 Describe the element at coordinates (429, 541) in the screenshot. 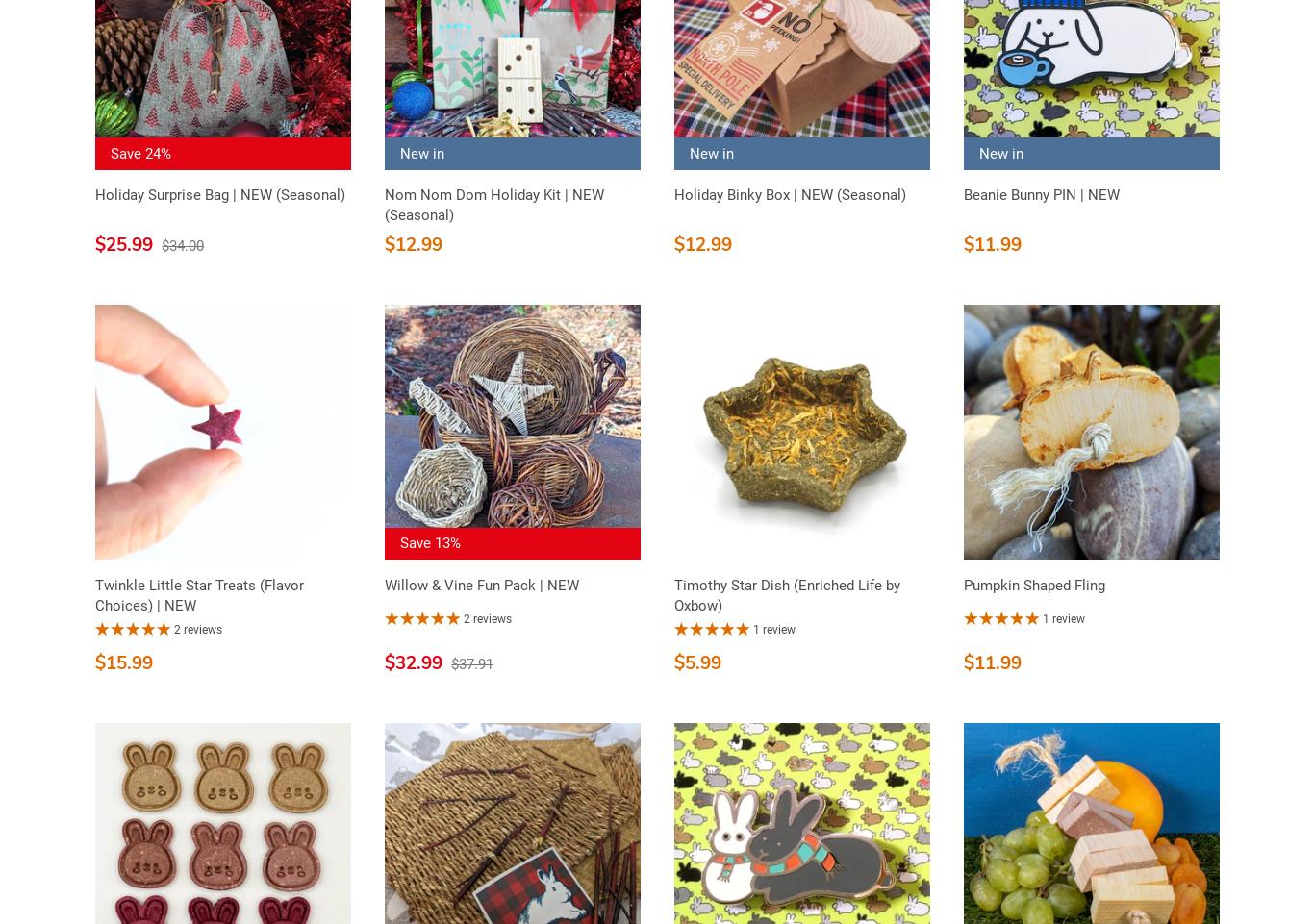

I see `'Save 13%'` at that location.